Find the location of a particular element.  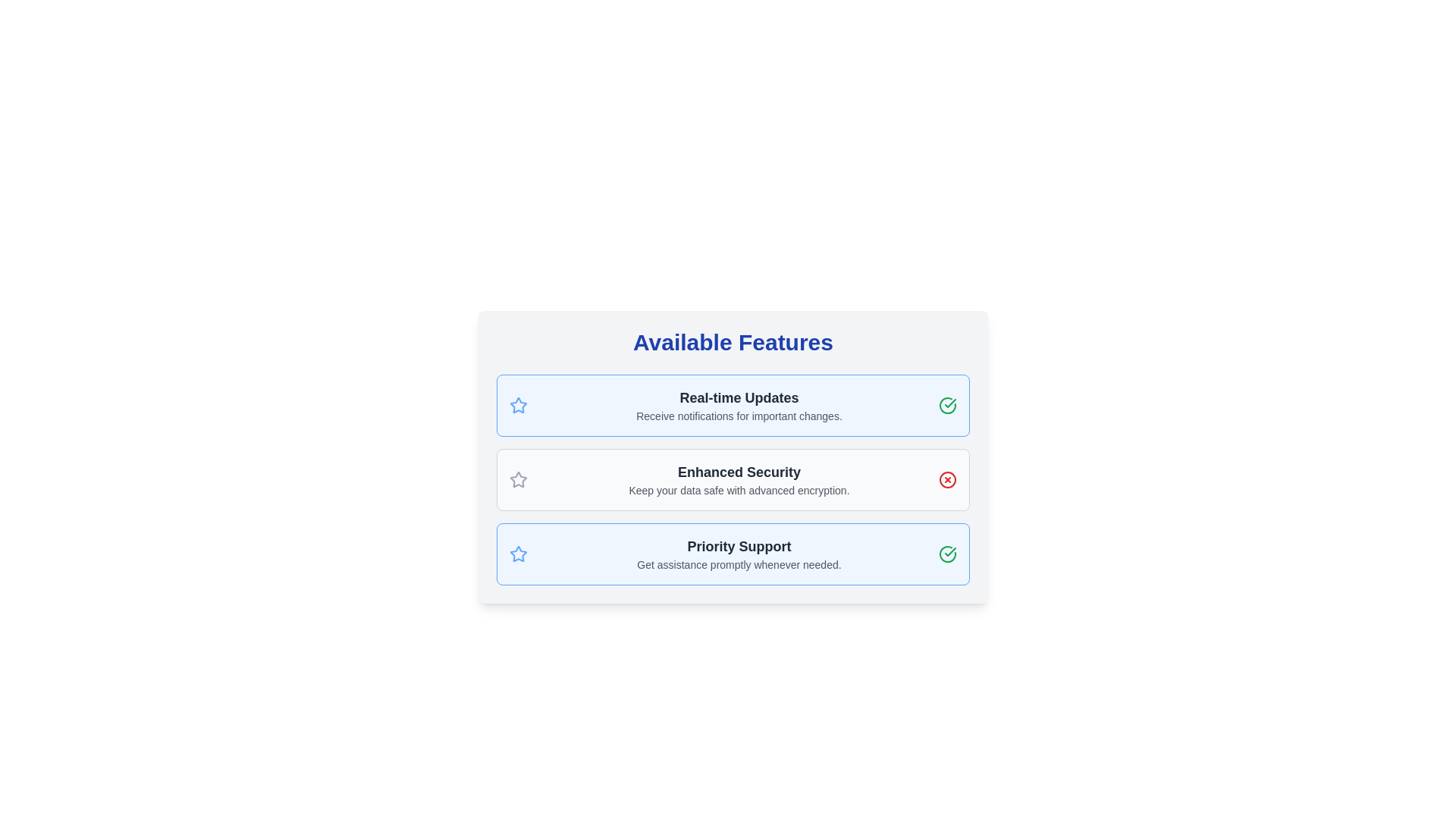

text block titled 'Real-time Updates' that describes the feature with the text 'Receive notifications for important changes.' is located at coordinates (739, 405).